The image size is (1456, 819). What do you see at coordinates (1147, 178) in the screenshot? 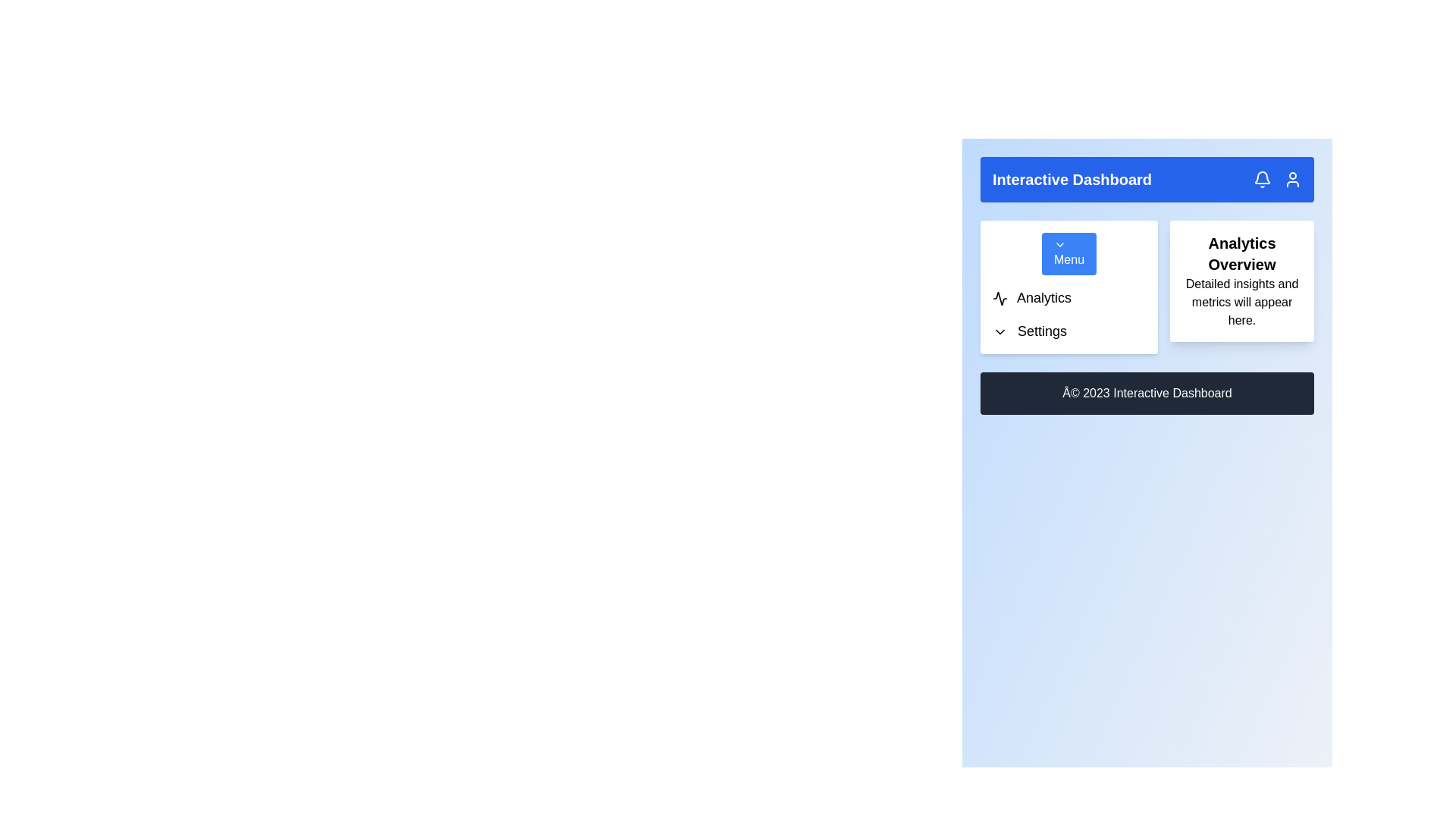
I see `the Header banner at the top of the interface, which has a blue background and displays 'Interactive Dashboard' in white bold text` at bounding box center [1147, 178].